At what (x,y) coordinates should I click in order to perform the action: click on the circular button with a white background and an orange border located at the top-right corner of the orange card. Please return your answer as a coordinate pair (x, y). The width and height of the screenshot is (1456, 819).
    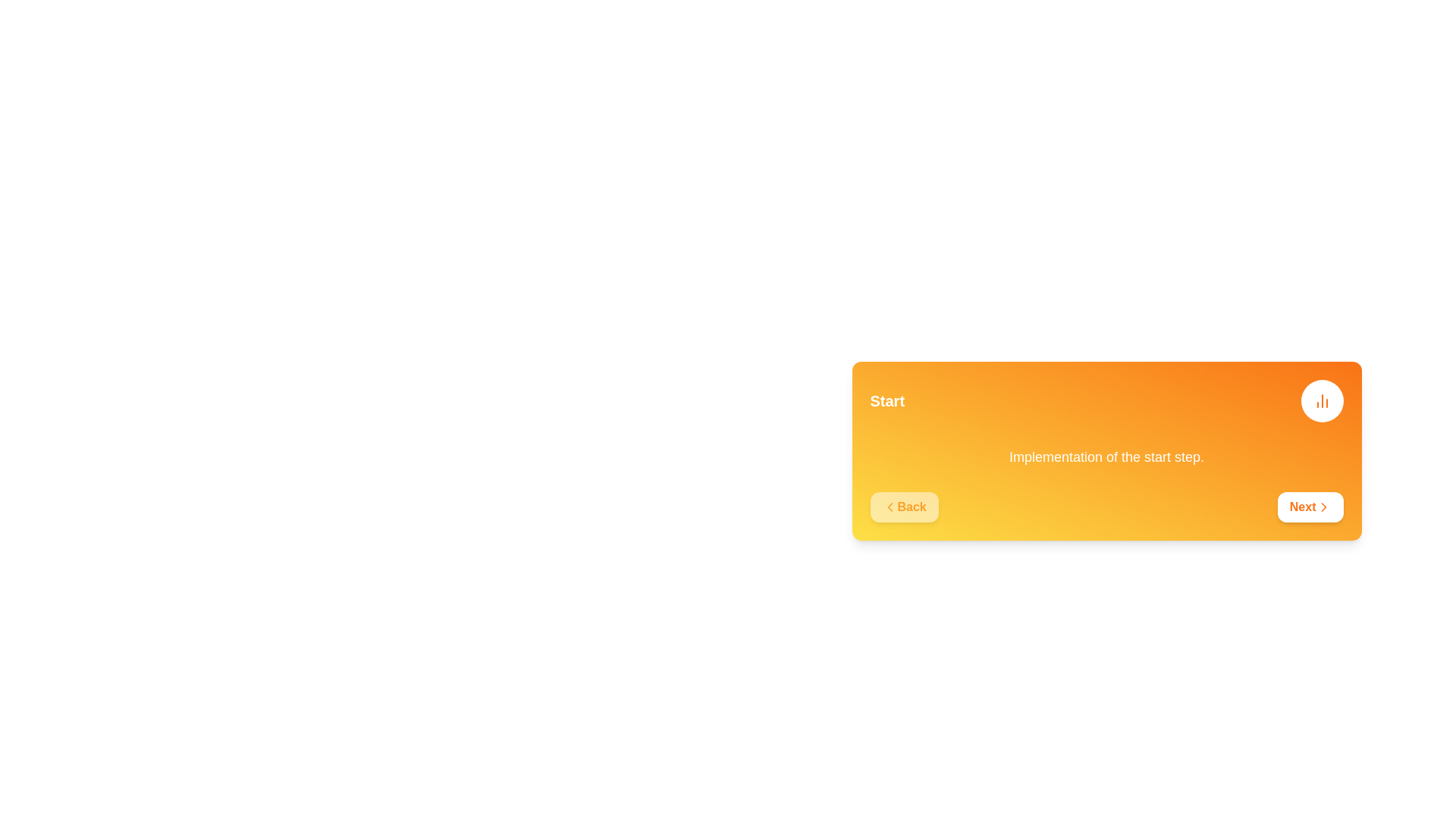
    Looking at the image, I should click on (1321, 400).